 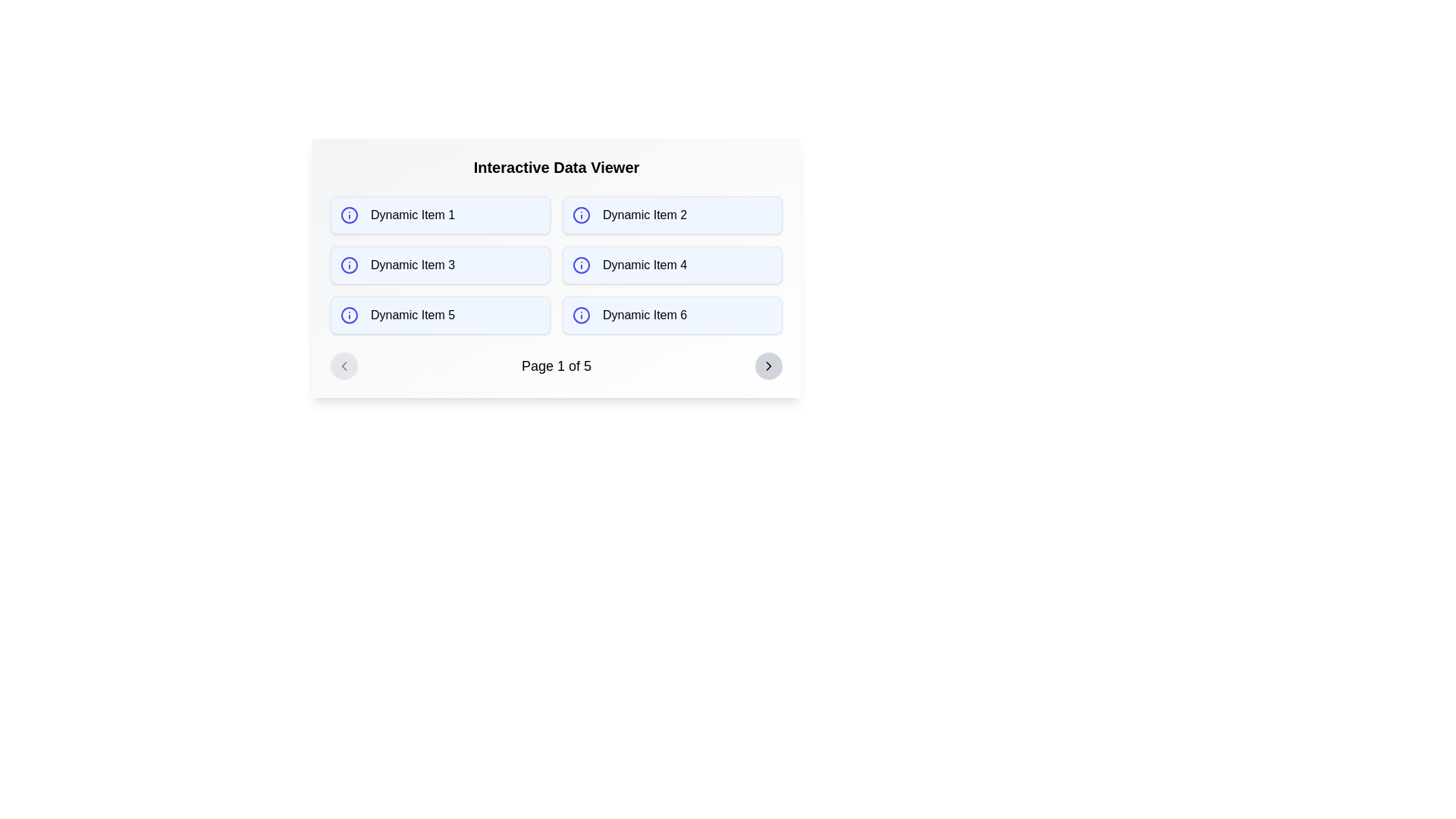 What do you see at coordinates (768, 366) in the screenshot?
I see `the rightmost pagination button` at bounding box center [768, 366].